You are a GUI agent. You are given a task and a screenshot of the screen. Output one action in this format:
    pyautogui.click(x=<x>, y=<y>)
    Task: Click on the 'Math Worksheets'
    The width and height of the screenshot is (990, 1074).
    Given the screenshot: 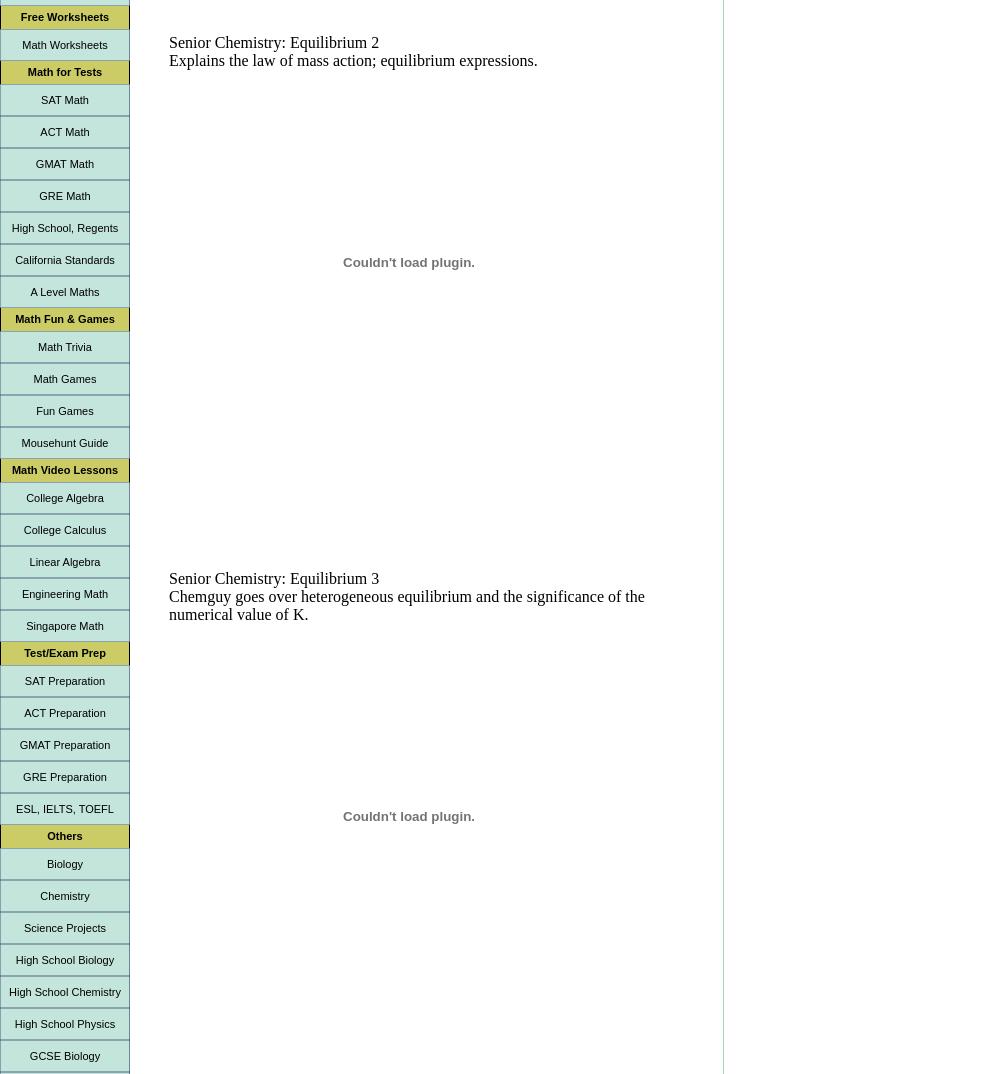 What is the action you would take?
    pyautogui.click(x=64, y=44)
    